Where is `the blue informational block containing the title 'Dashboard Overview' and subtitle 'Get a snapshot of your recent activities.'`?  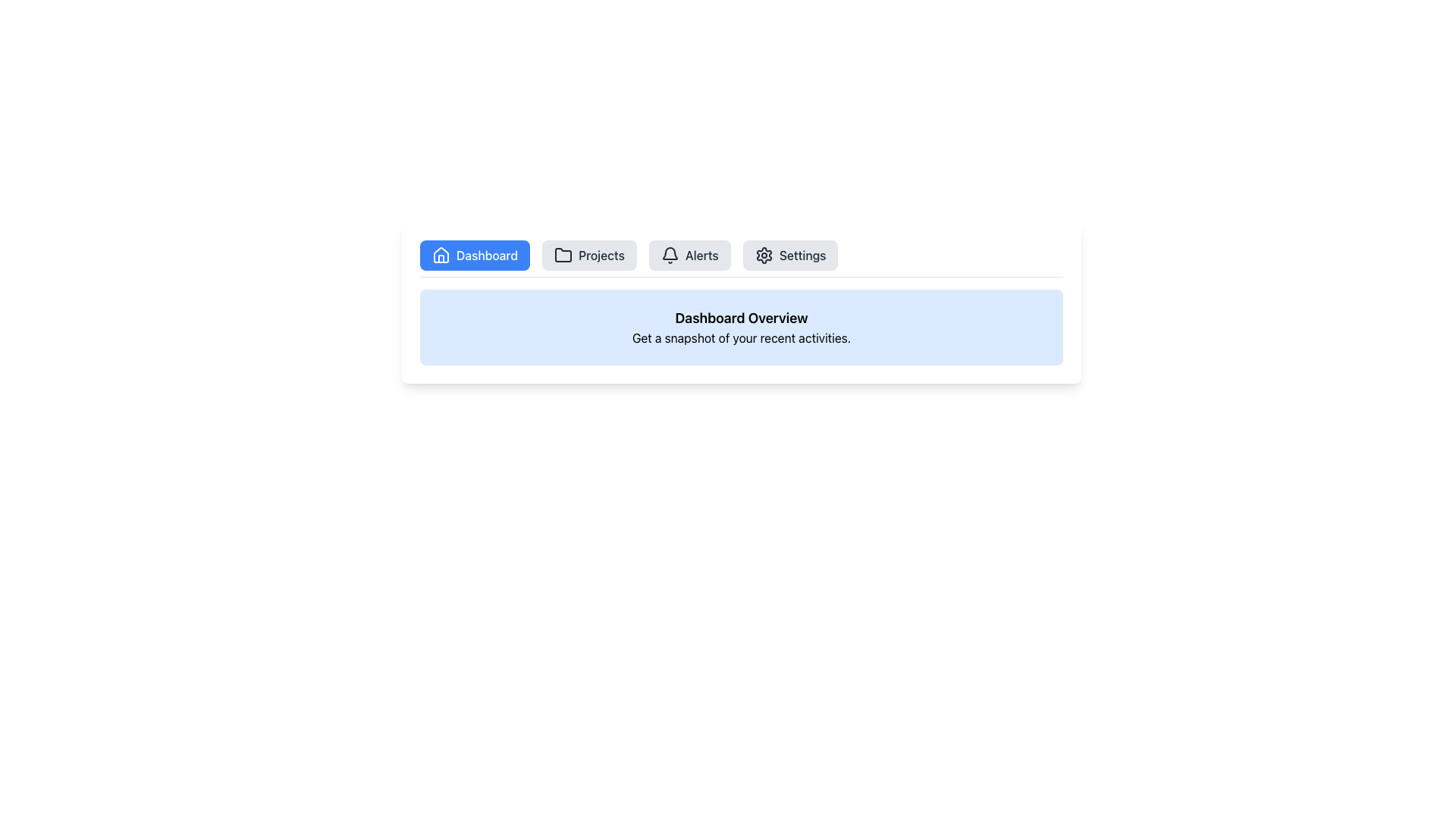
the blue informational block containing the title 'Dashboard Overview' and subtitle 'Get a snapshot of your recent activities.' is located at coordinates (742, 327).